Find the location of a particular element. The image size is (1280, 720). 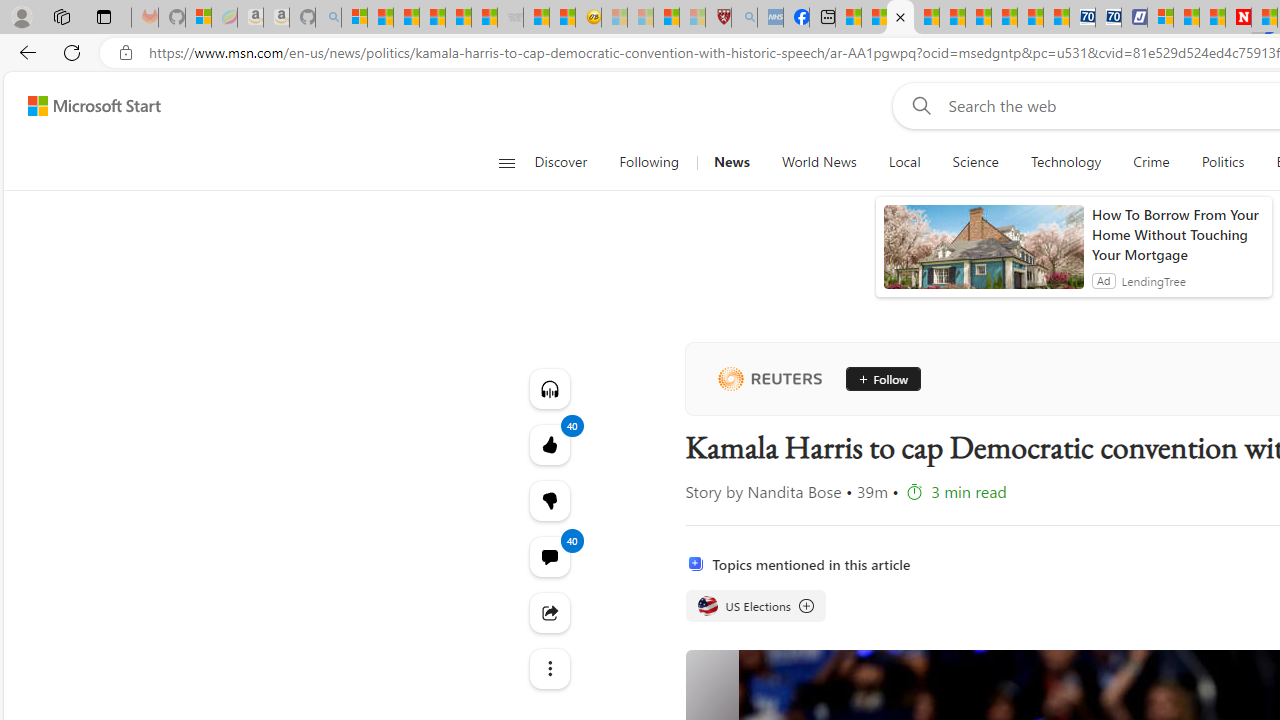

'Listen to this article' is located at coordinates (549, 388).